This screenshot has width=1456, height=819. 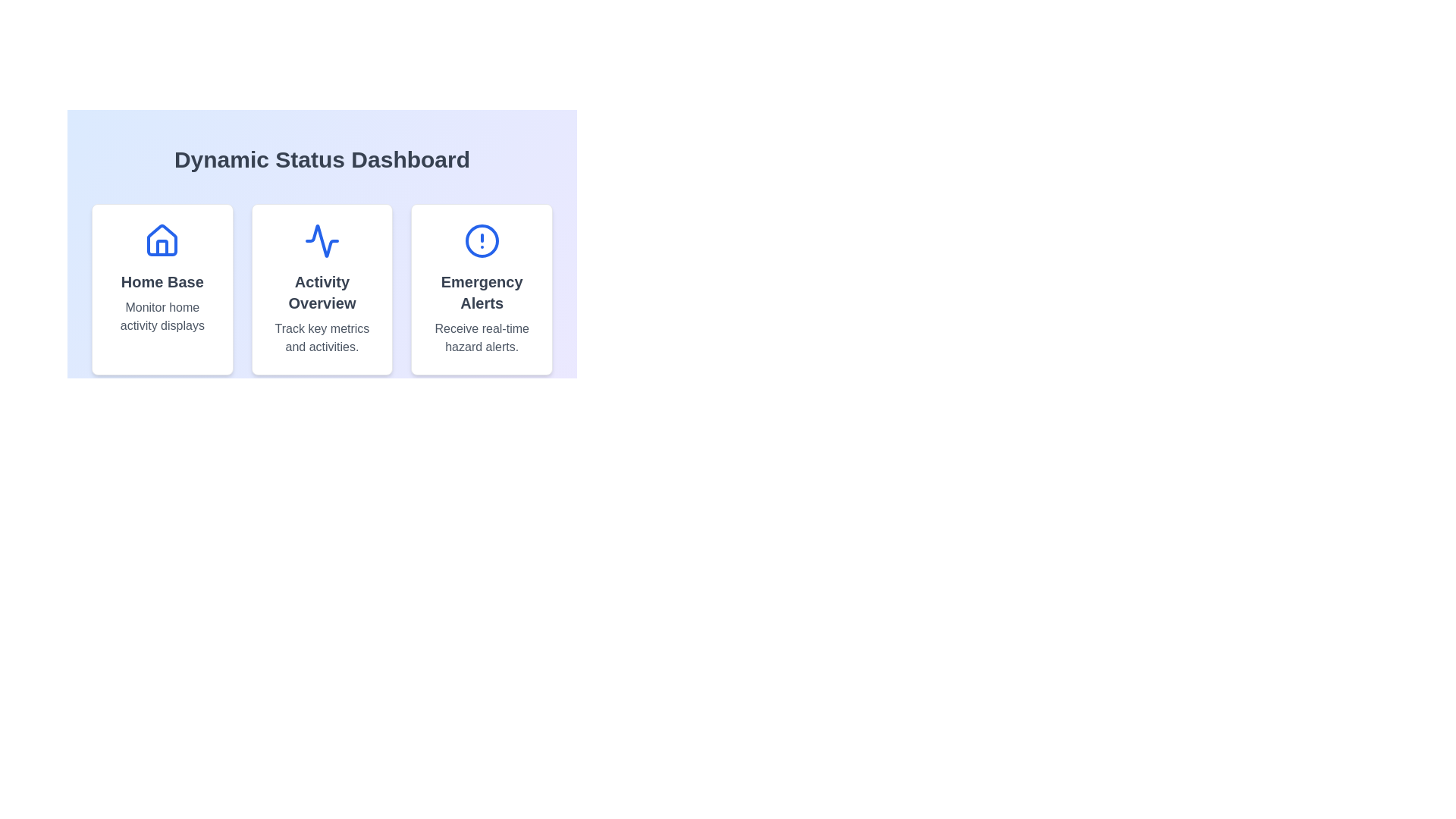 I want to click on the text label displaying 'Receive real-time hazard alerts.' located below the 'Emergency Alerts' heading in the rightmost card of the dashboard, so click(x=481, y=337).